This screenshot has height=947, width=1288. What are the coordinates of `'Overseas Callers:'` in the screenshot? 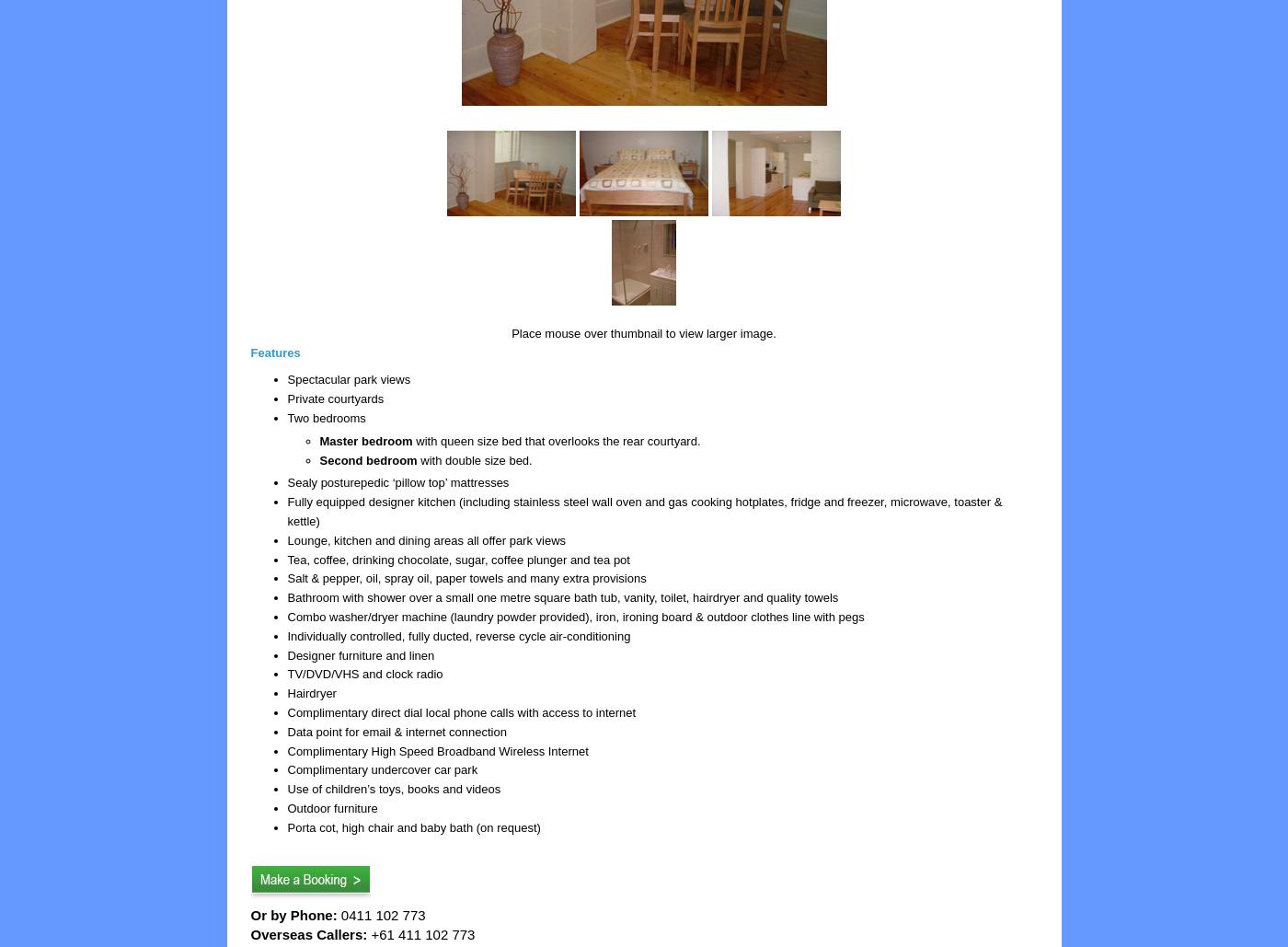 It's located at (250, 932).